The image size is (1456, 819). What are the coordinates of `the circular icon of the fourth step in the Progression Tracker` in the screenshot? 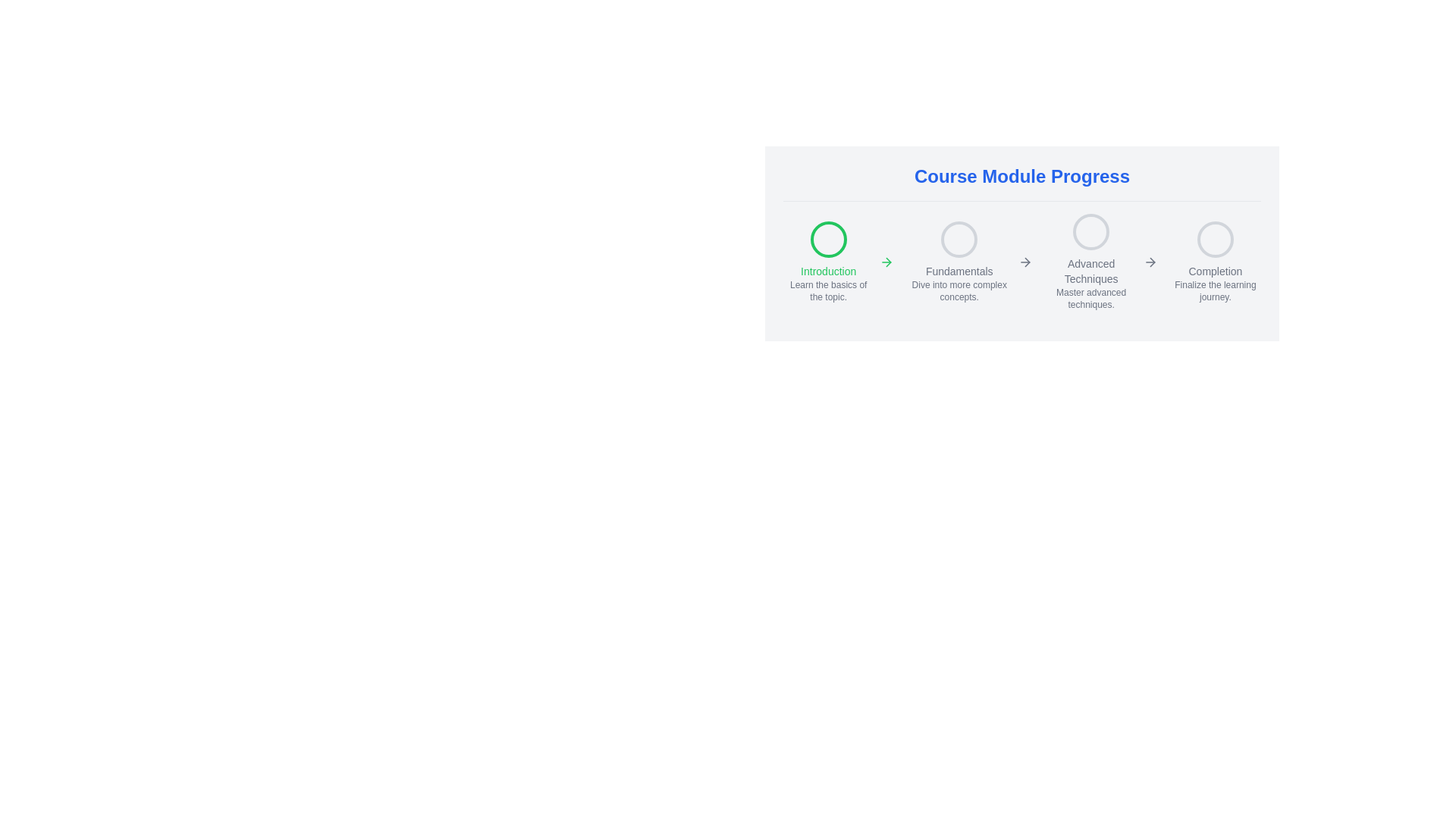 It's located at (1216, 262).